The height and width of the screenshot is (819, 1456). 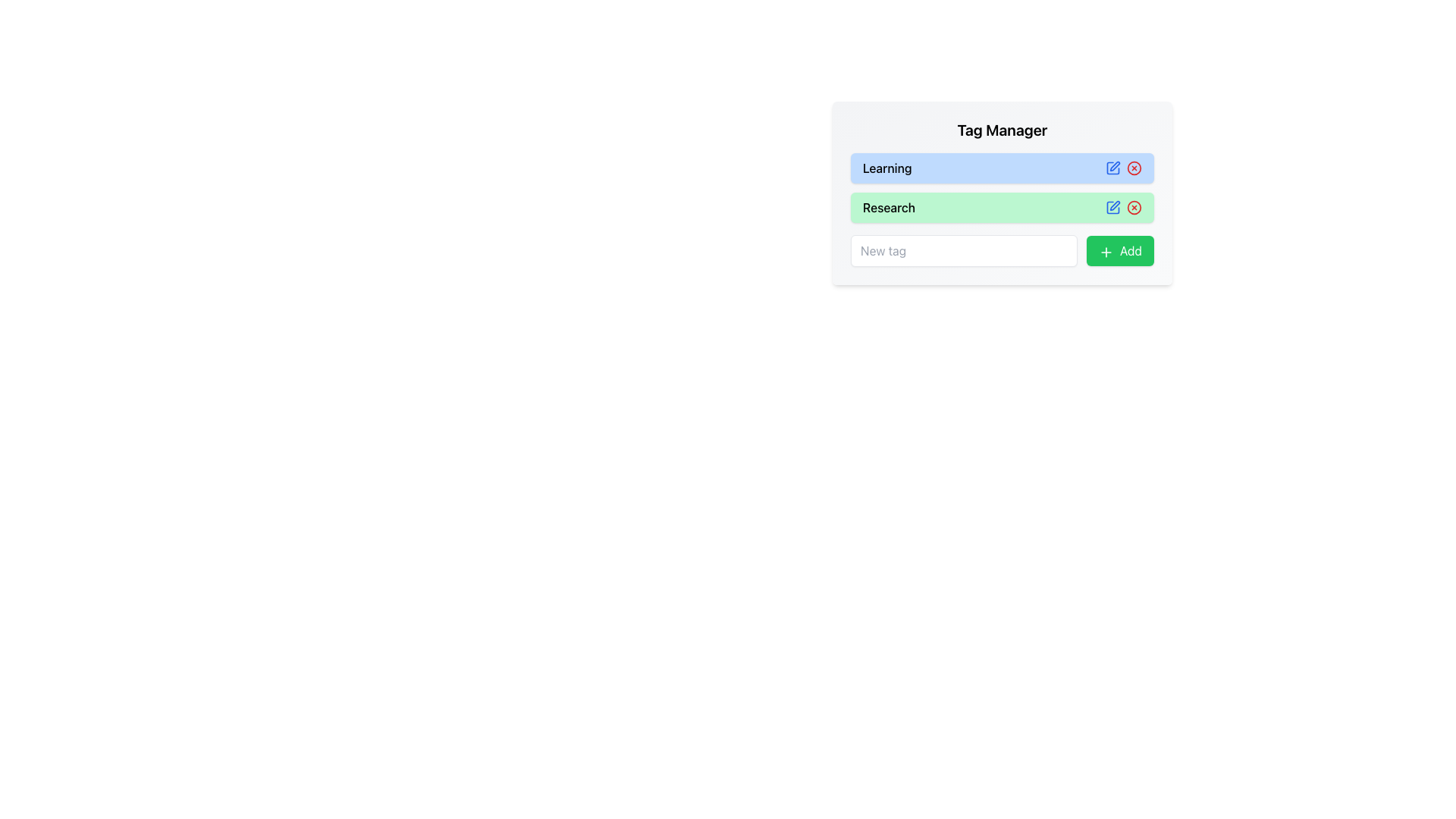 I want to click on the visual state of the Circular SVG element, which is a decorative component with a thin border, located in the second row of an interactive control structure, adjacent to a similar button, so click(x=1134, y=207).